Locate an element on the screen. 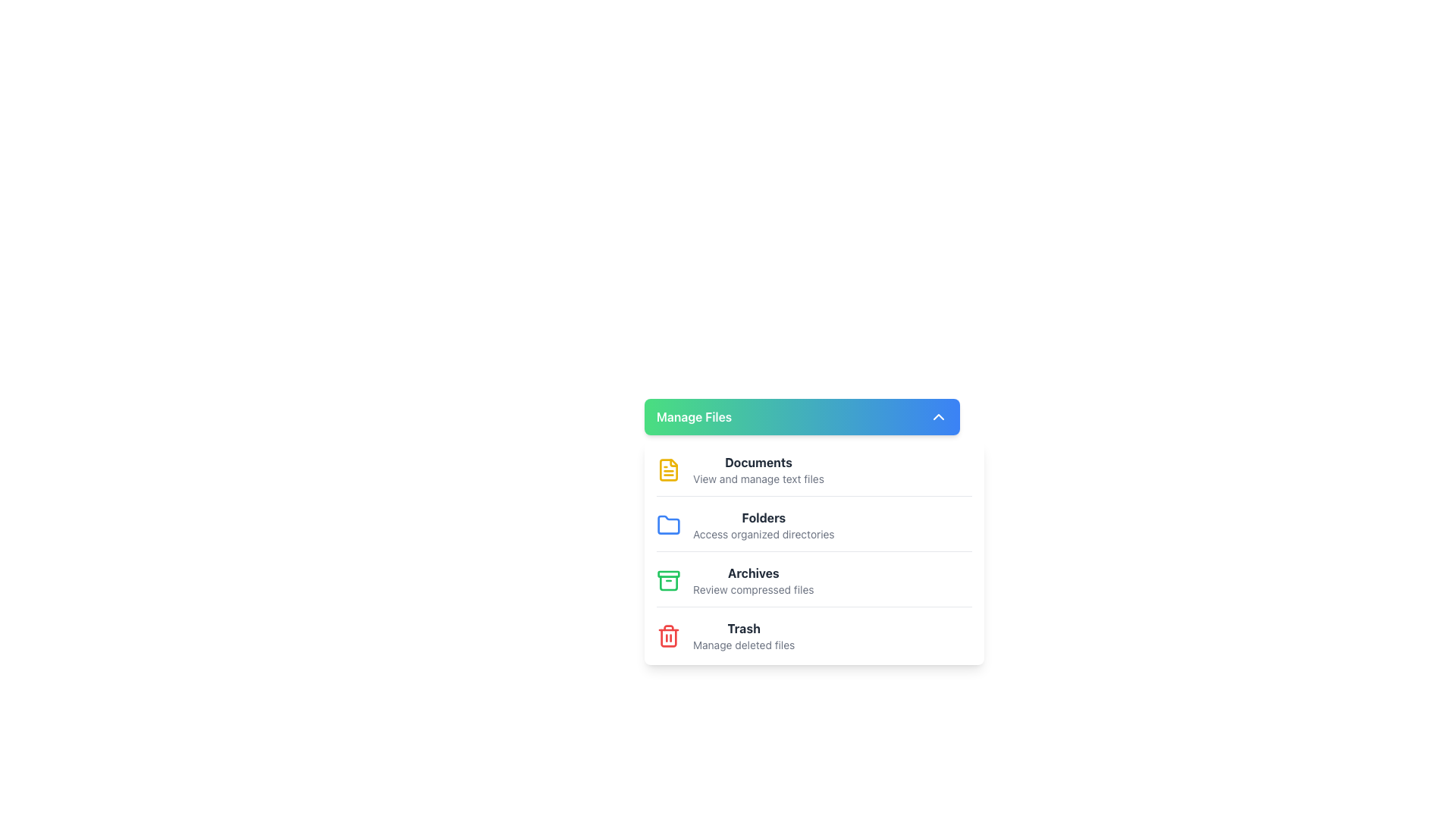  the 'Manage Files' interactive button using keyboard navigation by targeting the center of the button is located at coordinates (801, 417).